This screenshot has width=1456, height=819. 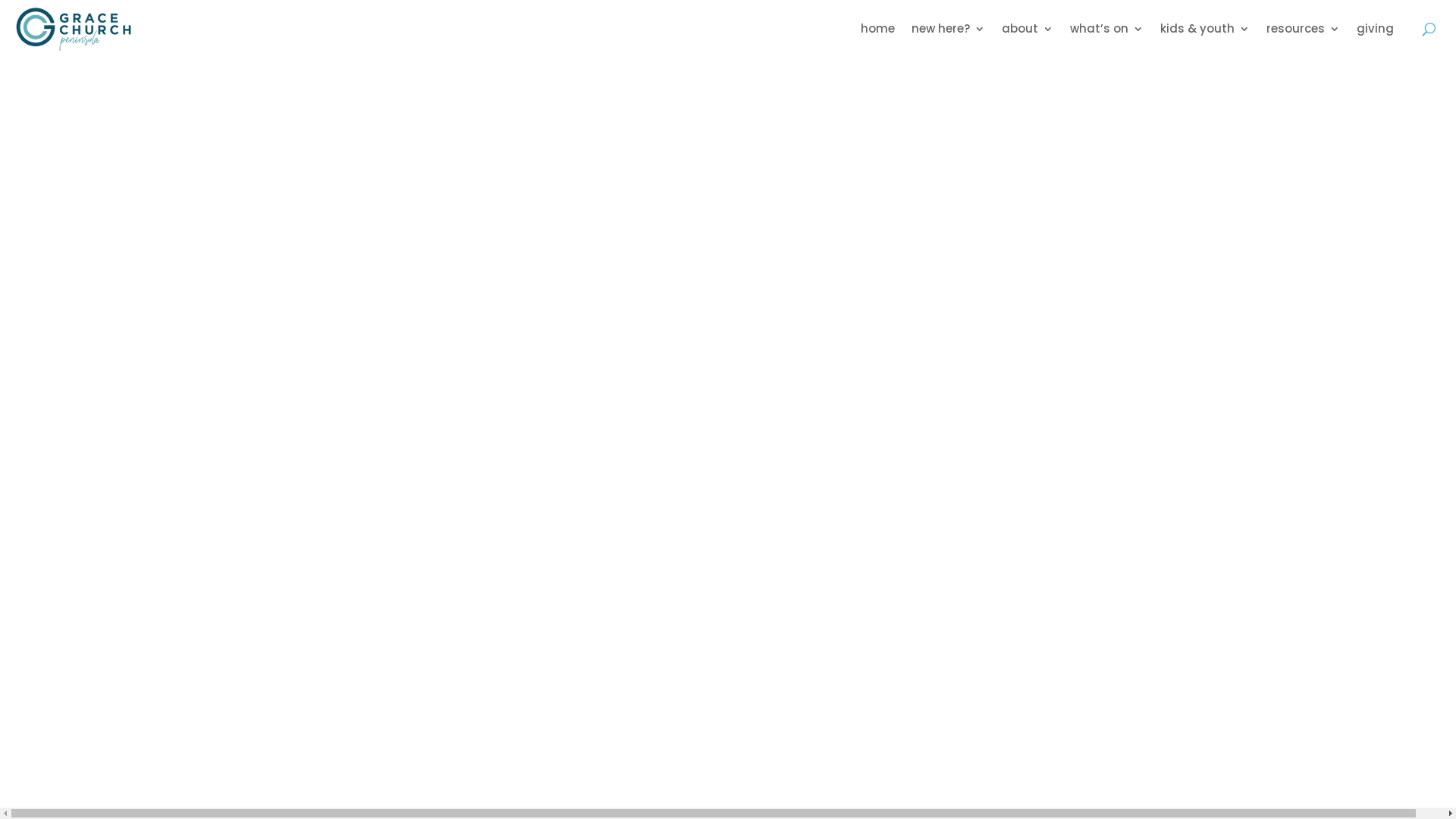 I want to click on 'resources', so click(x=1302, y=29).